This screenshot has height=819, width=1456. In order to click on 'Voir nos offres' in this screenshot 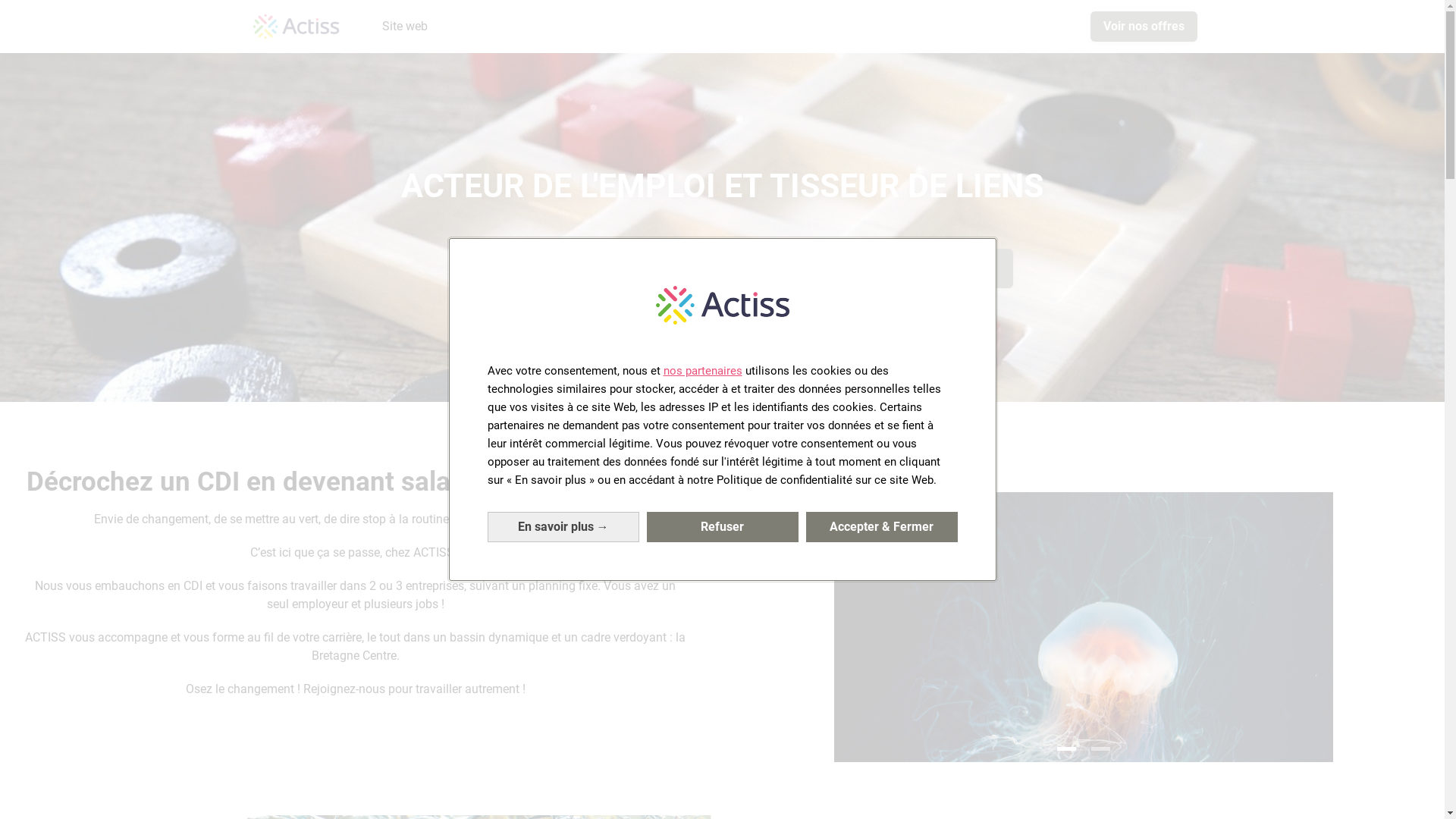, I will do `click(1090, 26)`.